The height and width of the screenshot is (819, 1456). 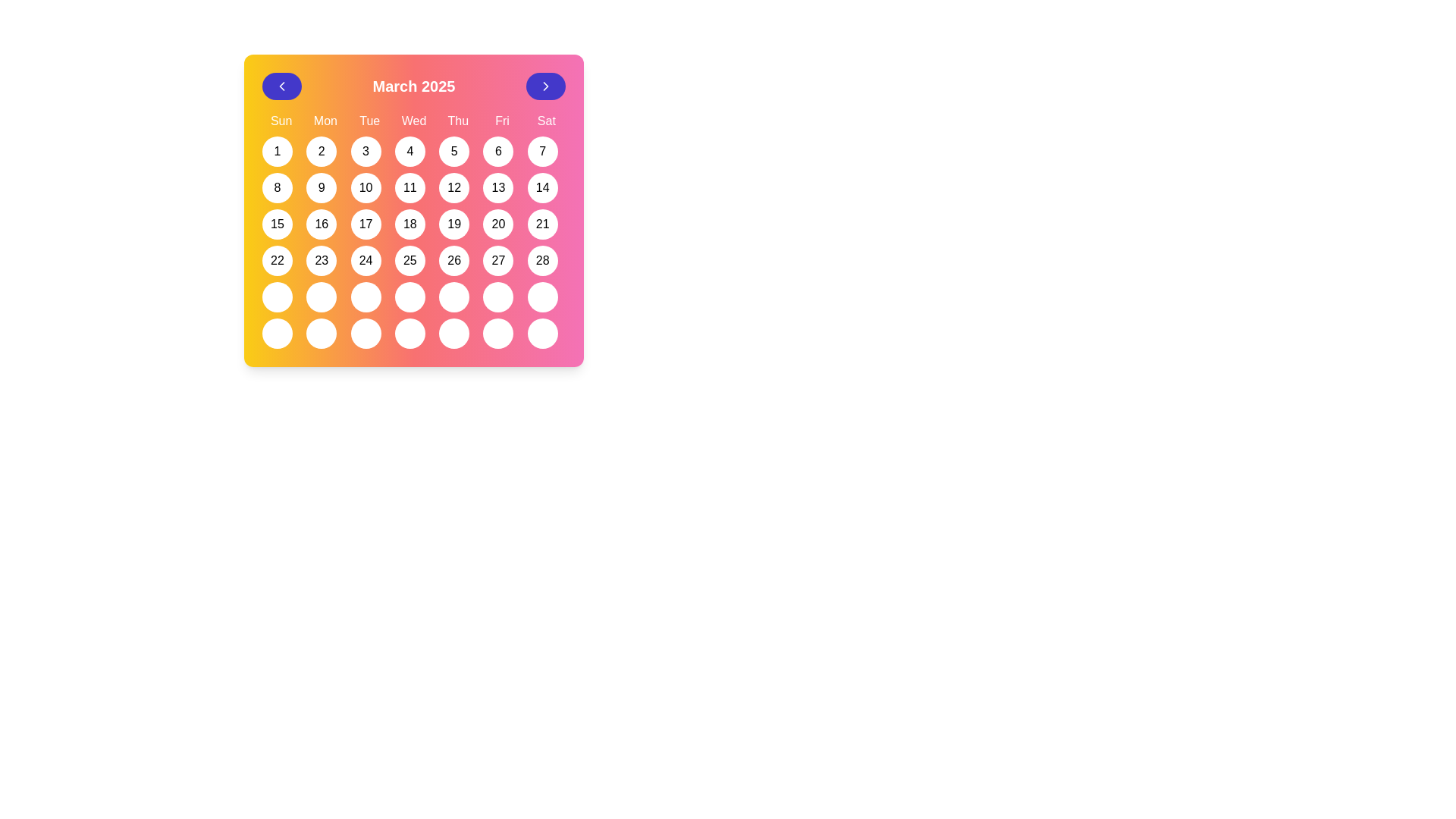 What do you see at coordinates (321, 152) in the screenshot?
I see `the circular button with a white background and the number '2' in black` at bounding box center [321, 152].